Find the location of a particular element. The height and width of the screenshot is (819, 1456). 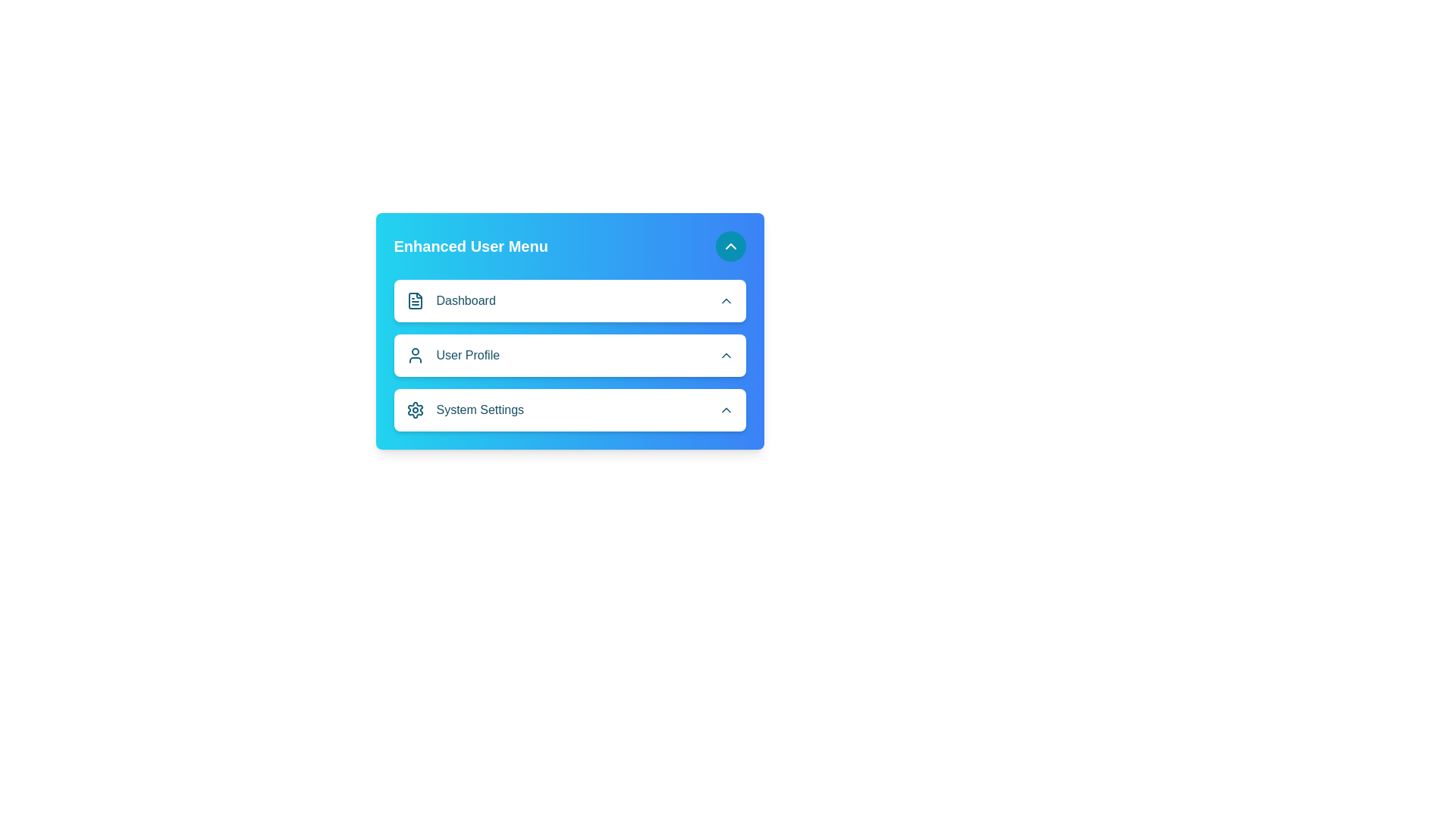

the first icon in the 'Enhanced User Menu' that resembles a document or file, styled in cyan color, located under the 'Dashboard' option is located at coordinates (415, 301).